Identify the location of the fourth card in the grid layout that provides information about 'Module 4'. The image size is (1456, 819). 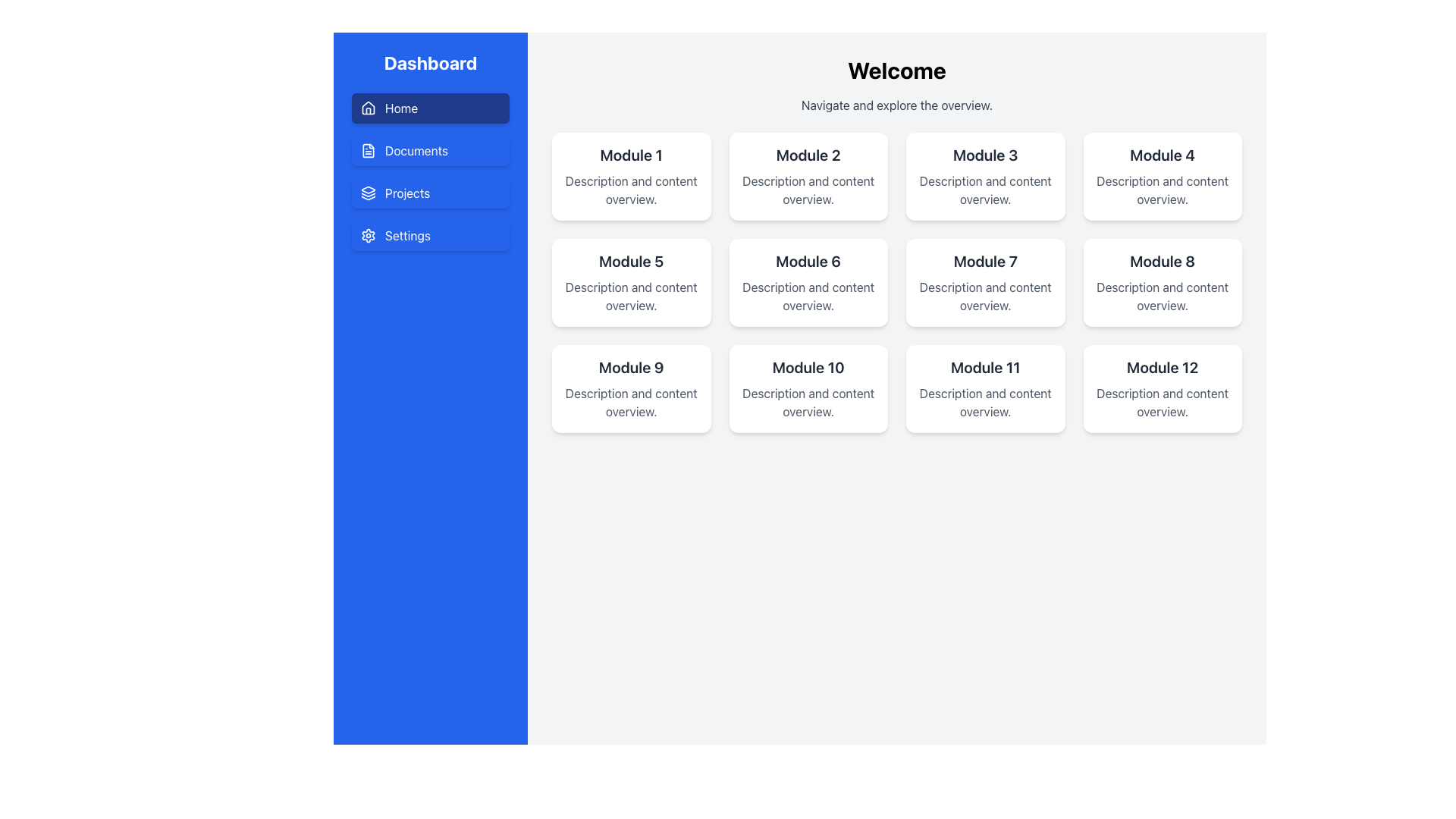
(1162, 175).